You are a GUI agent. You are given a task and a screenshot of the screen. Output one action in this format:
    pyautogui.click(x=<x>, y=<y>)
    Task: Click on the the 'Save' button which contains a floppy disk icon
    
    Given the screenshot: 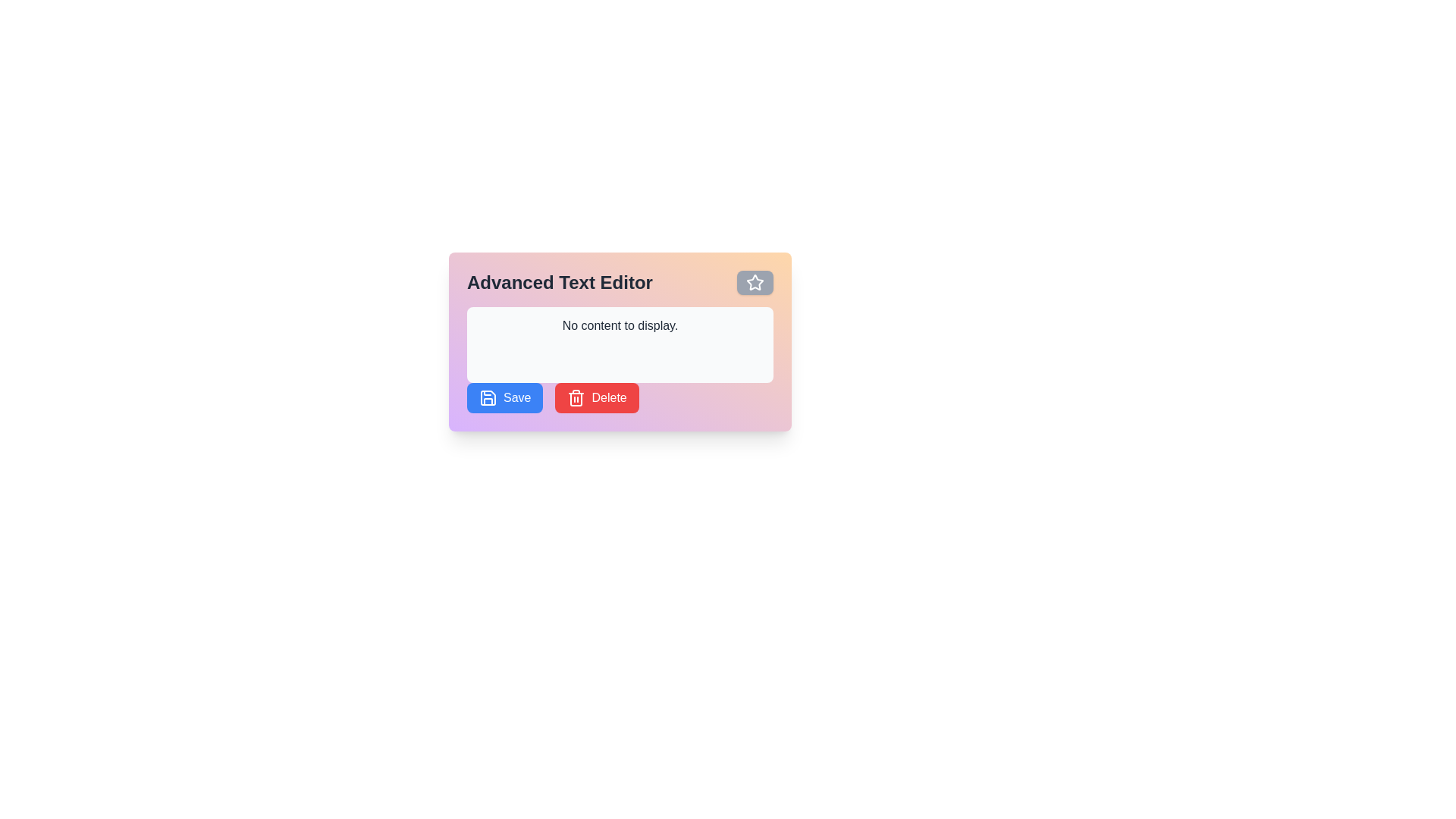 What is the action you would take?
    pyautogui.click(x=488, y=397)
    